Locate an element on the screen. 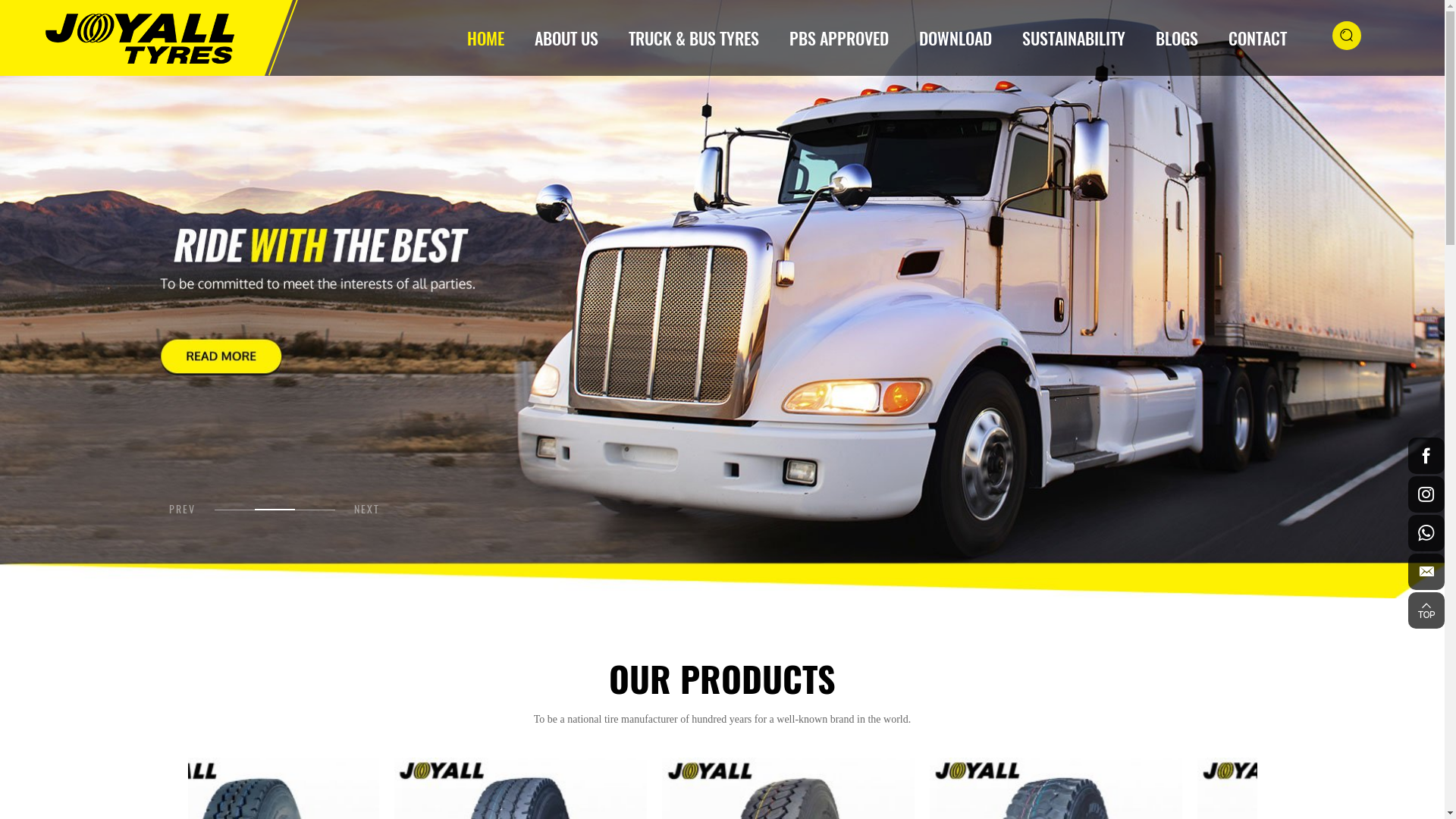  'TRUCK & BUS TYRES' is located at coordinates (693, 37).